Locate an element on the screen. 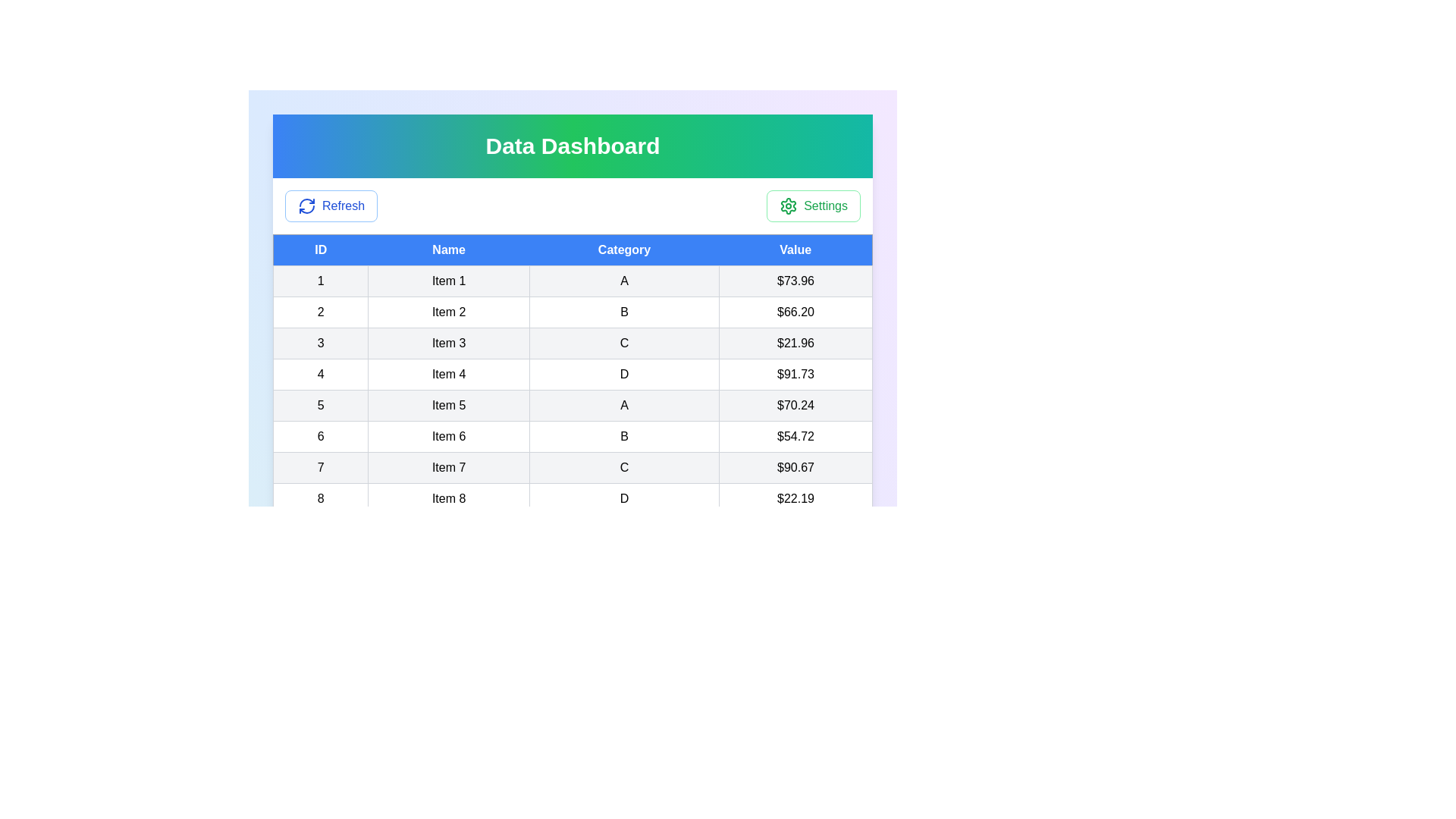 The width and height of the screenshot is (1456, 819). 'Refresh' button to reload the data in the table is located at coordinates (330, 206).